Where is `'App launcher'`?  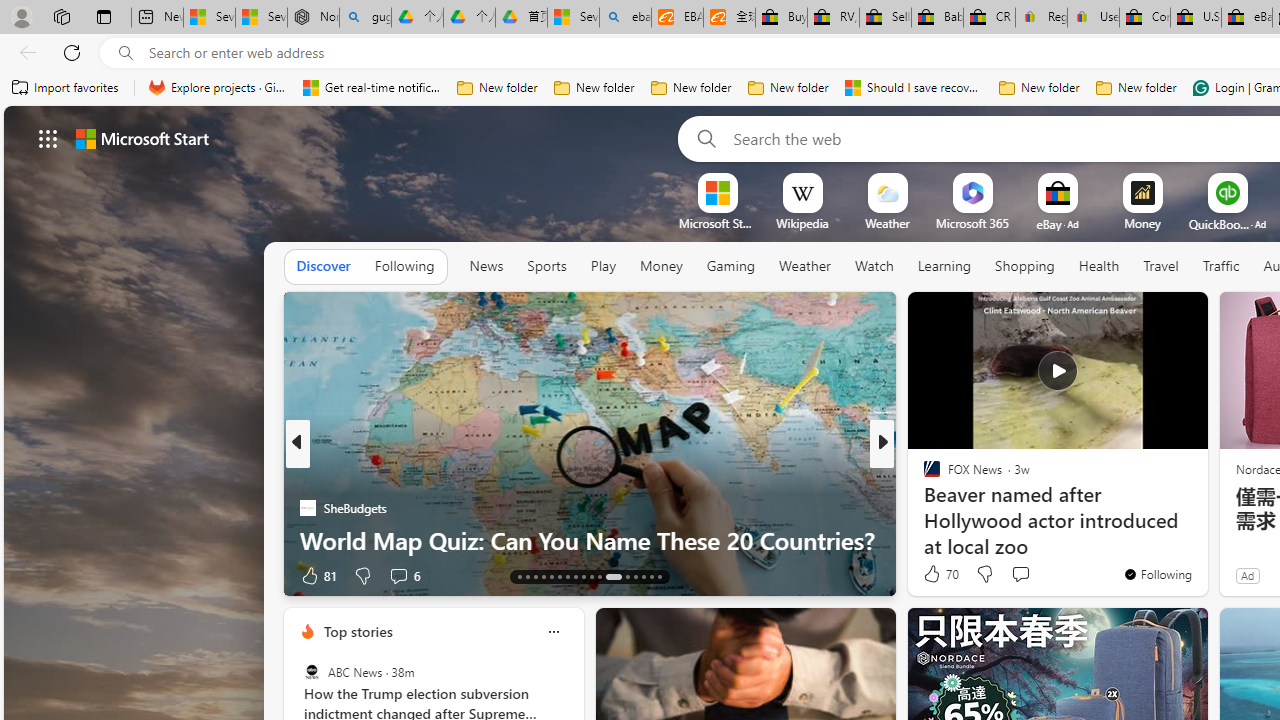 'App launcher' is located at coordinates (48, 137).